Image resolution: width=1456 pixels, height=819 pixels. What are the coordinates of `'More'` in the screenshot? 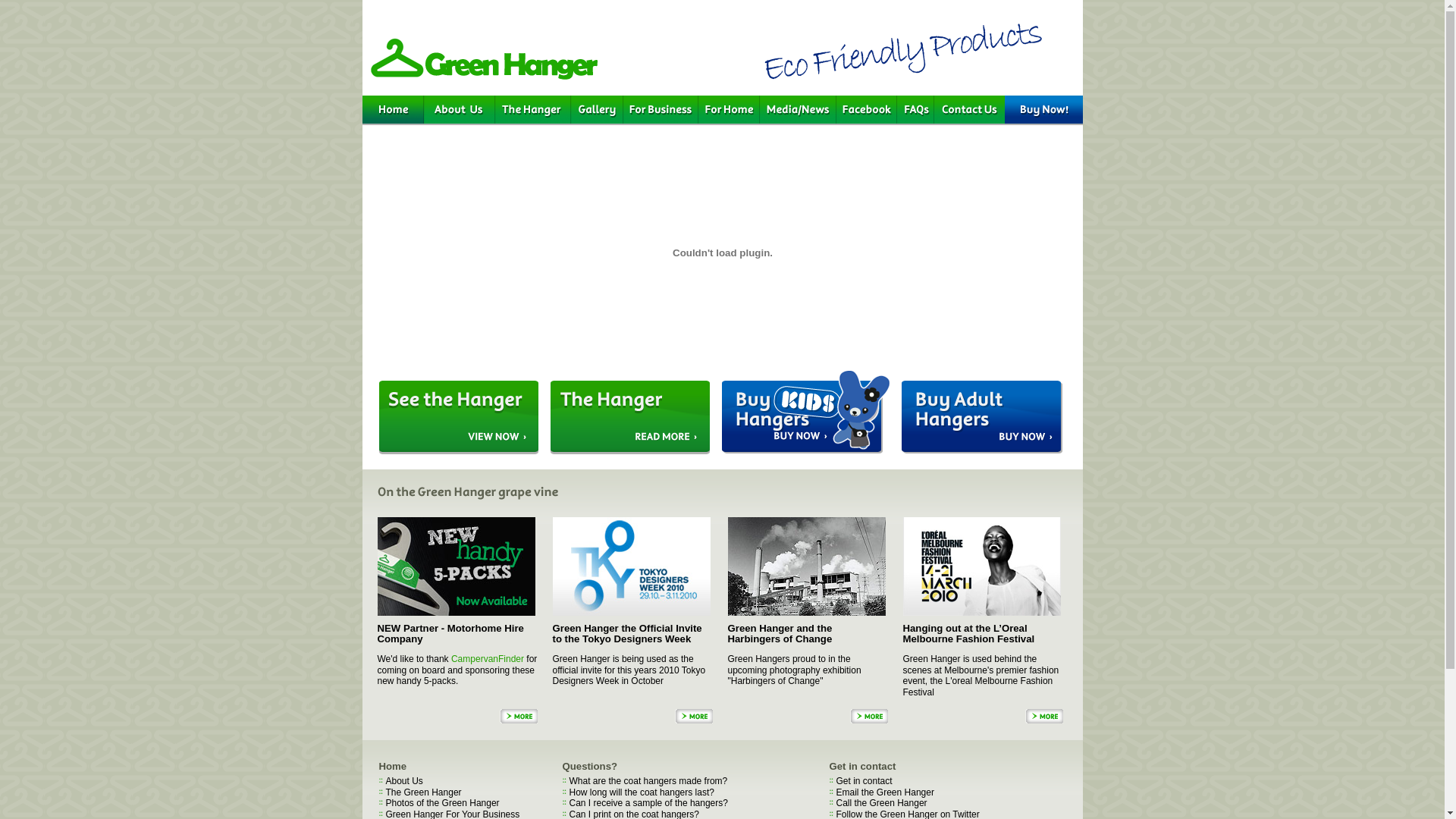 It's located at (673, 716).